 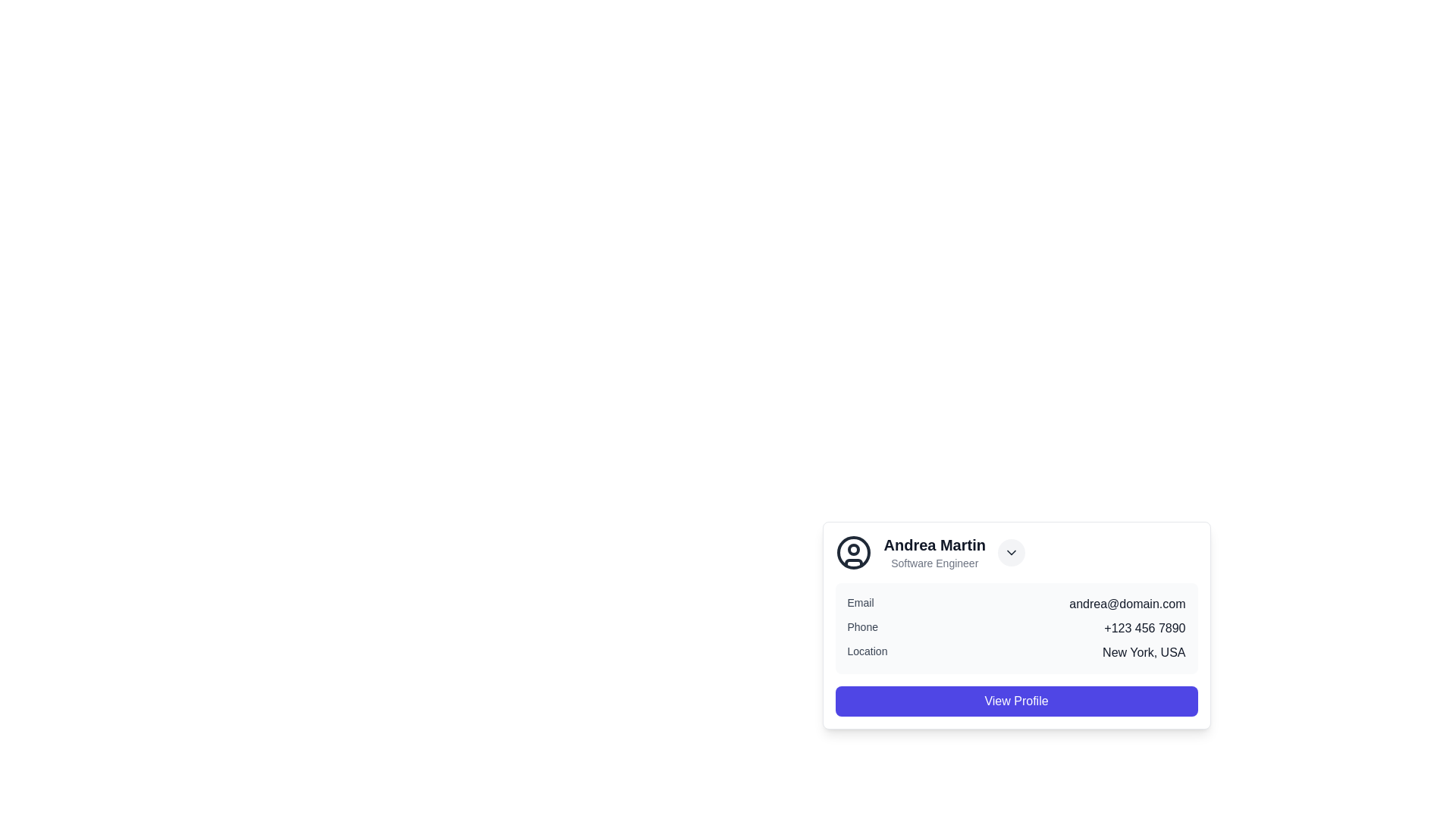 I want to click on the downward-pointing chevron icon button located, so click(x=1011, y=553).